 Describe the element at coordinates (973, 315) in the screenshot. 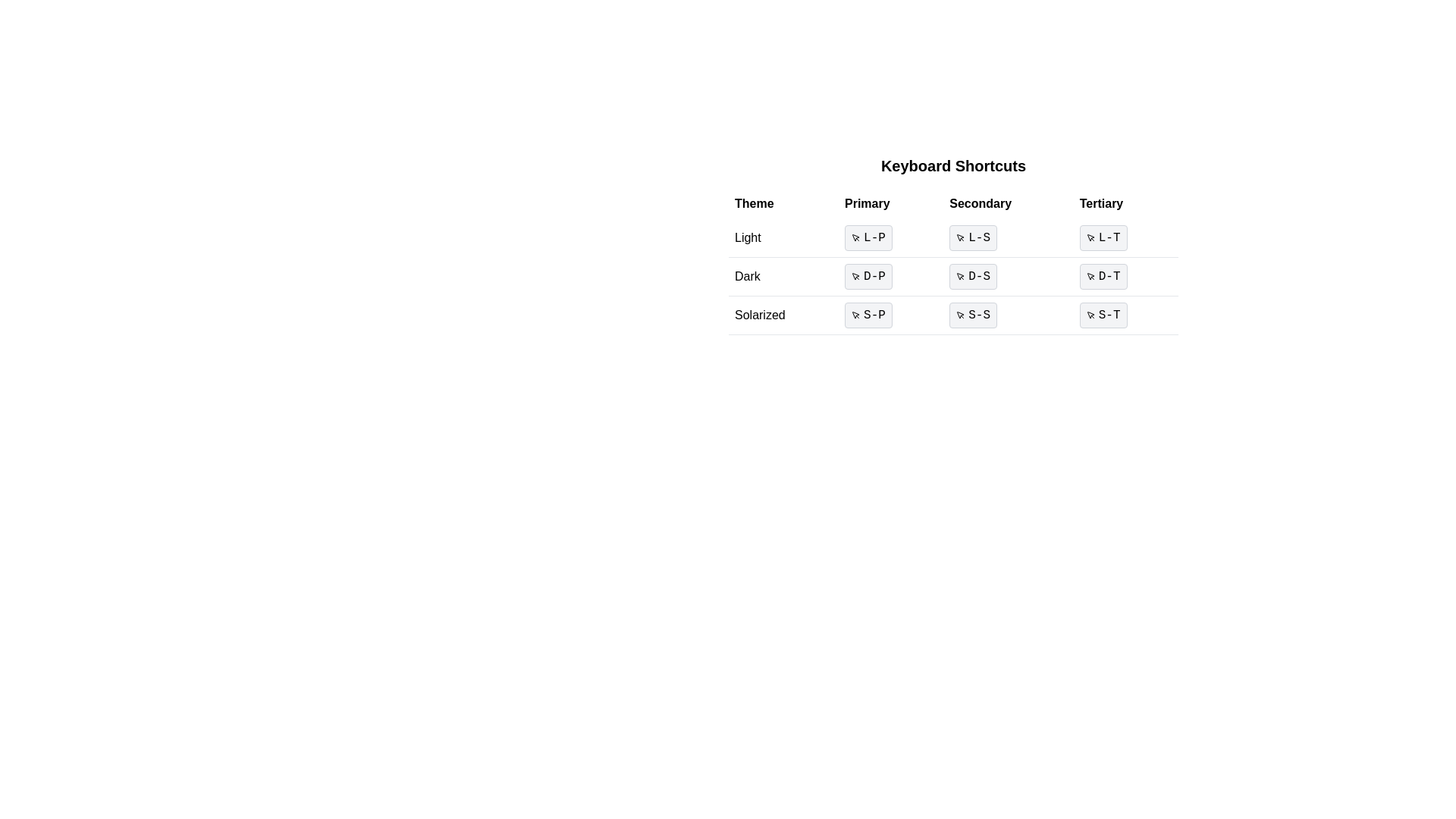

I see `the static label with an icon resembling a mouse pointer and the text 'S-S' in bold black font, which is the second button in the last row labeled 'Solarized' under the 'Secondary' column` at that location.